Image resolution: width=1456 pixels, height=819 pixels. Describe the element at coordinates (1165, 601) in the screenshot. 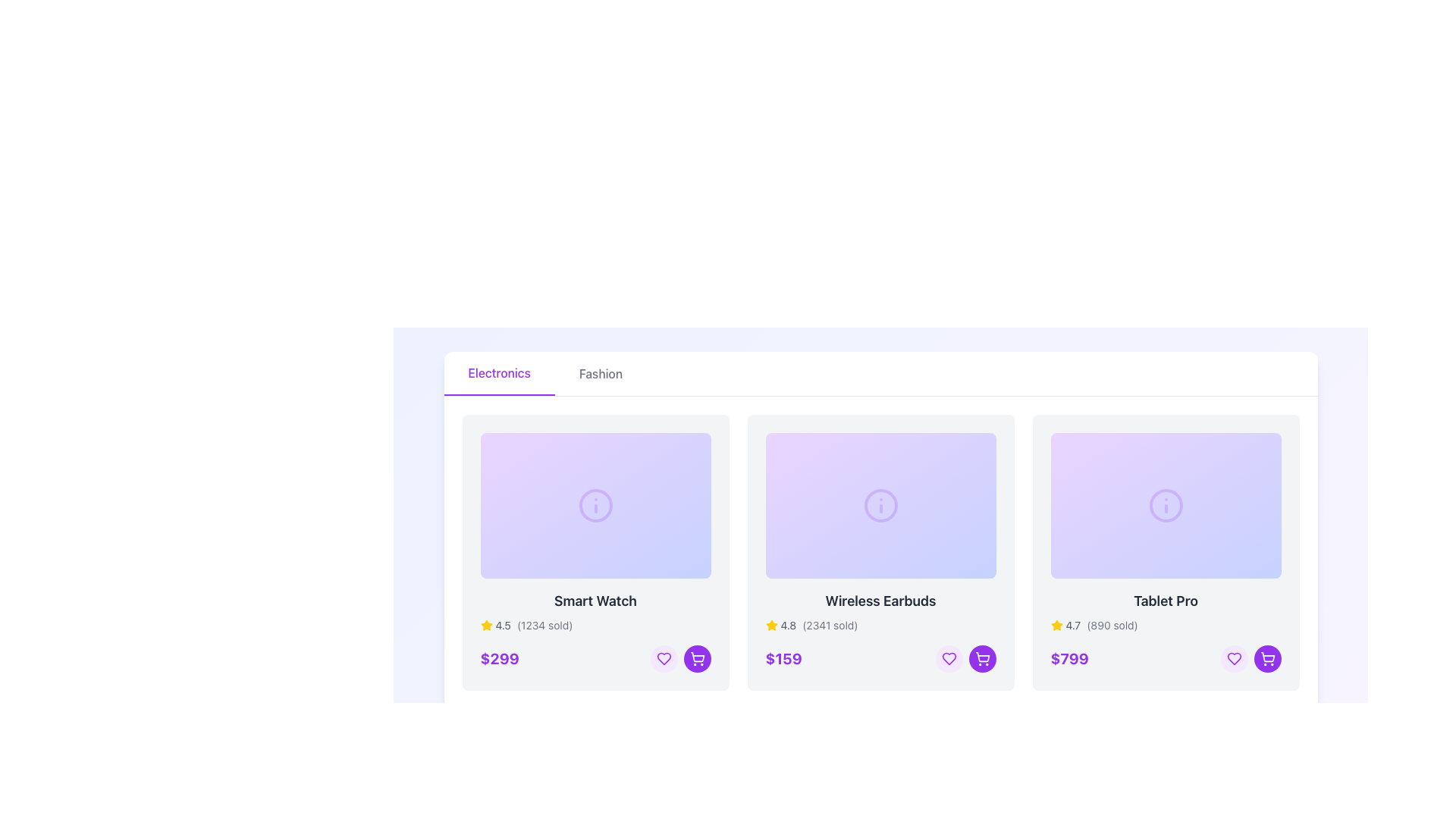

I see `text label that says 'Tablet Pro', which is styled in bold and dark gray, located below the product image in the far right column of the product layout` at that location.